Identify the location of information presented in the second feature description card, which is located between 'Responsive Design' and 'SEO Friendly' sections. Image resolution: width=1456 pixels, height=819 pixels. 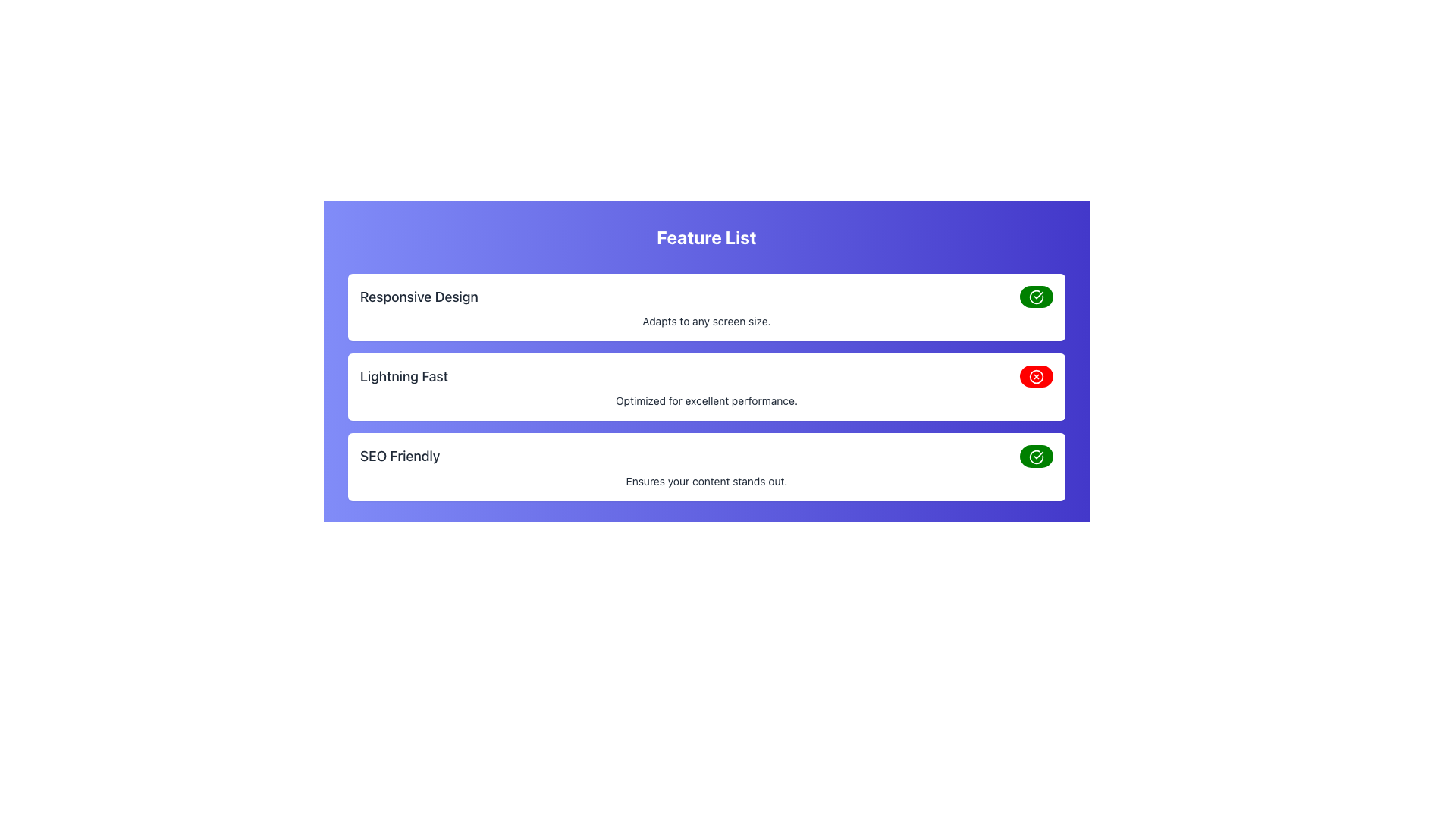
(705, 385).